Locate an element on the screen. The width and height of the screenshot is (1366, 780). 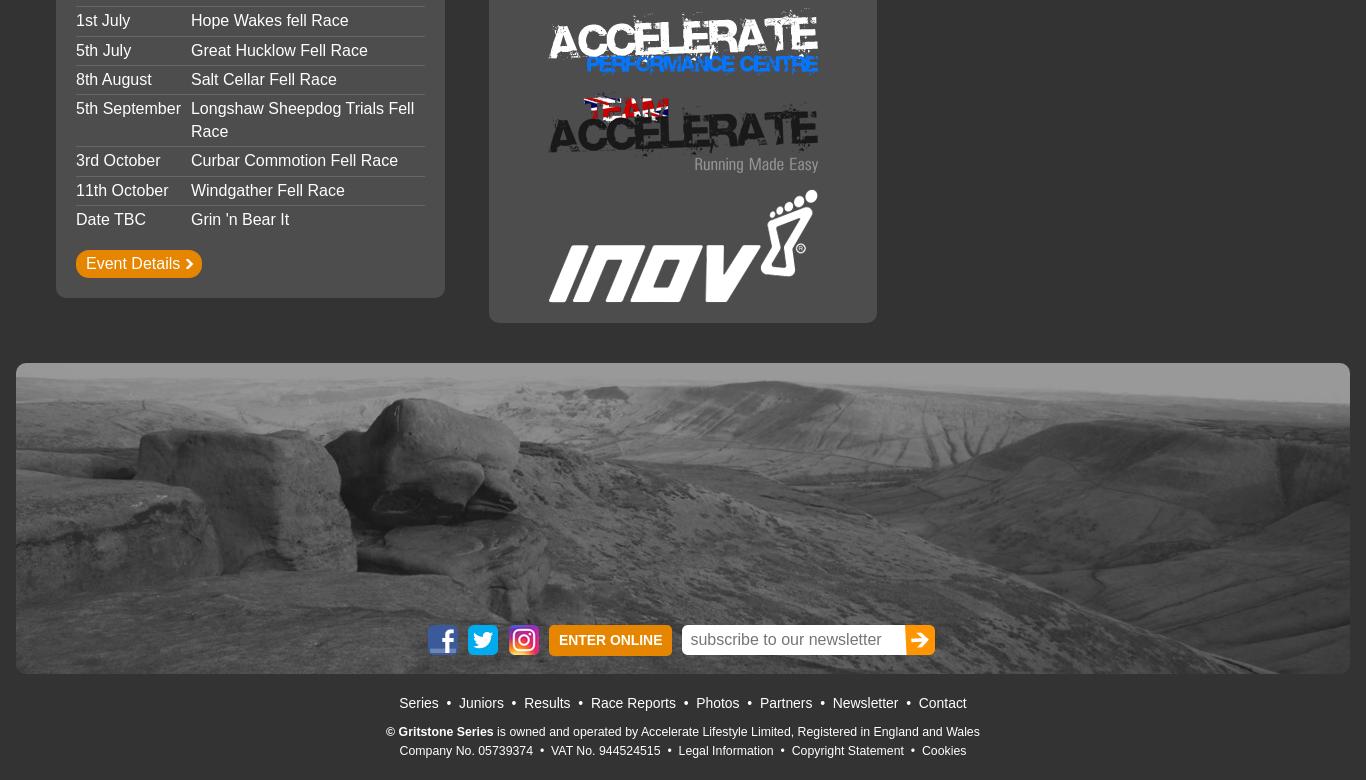
'Results' is located at coordinates (546, 701).